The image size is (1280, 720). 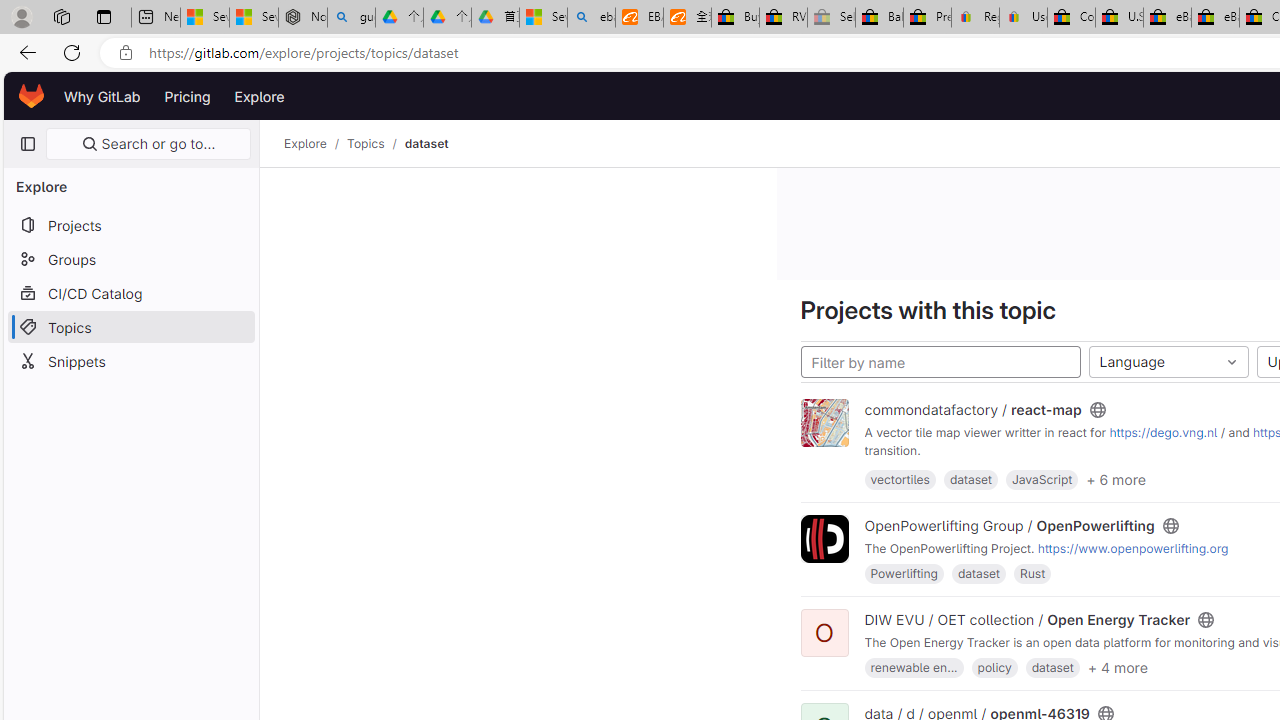 What do you see at coordinates (879, 17) in the screenshot?
I see `'Baby Keepsakes & Announcements for sale | eBay'` at bounding box center [879, 17].